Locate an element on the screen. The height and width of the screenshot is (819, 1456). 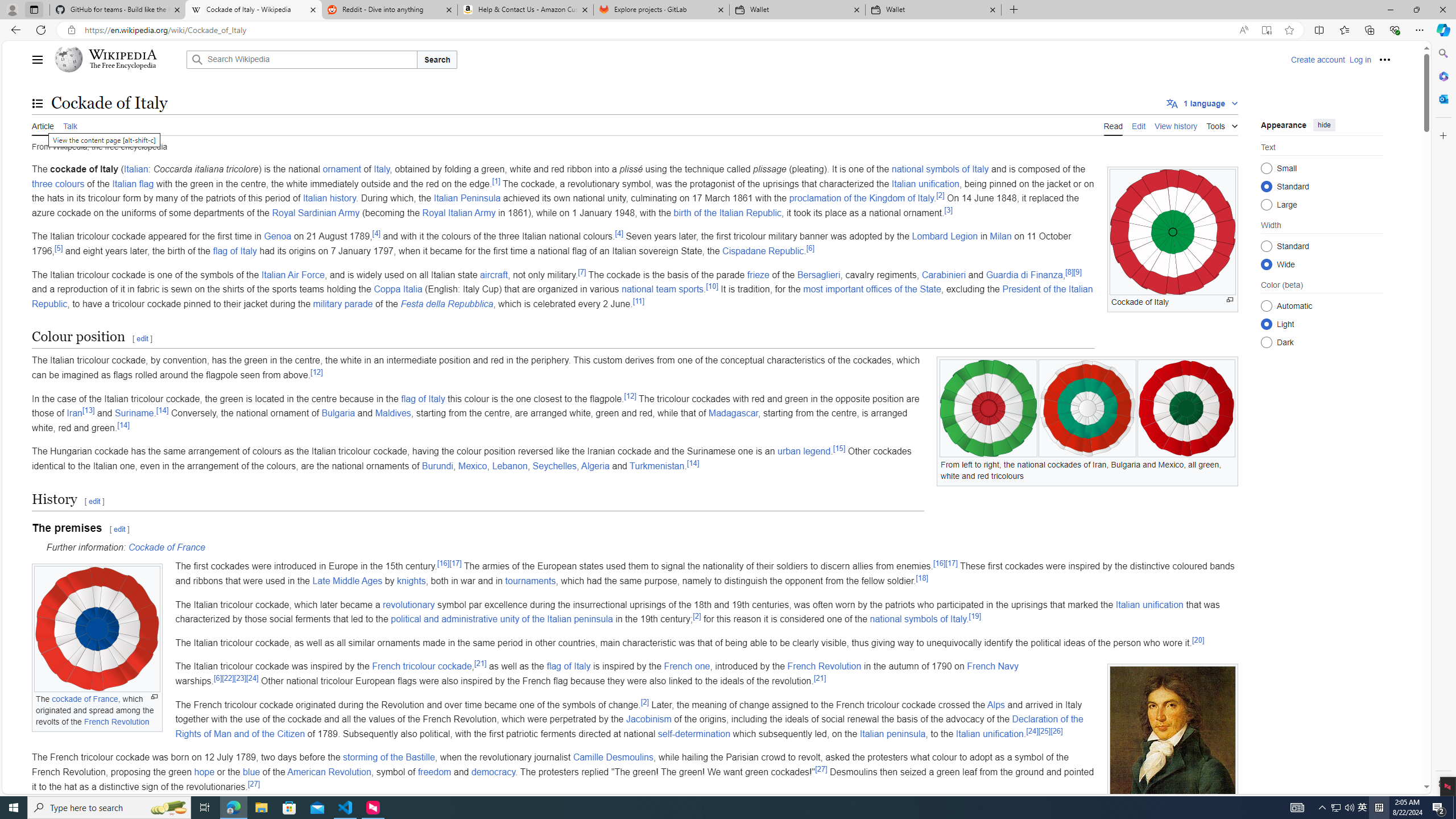
'Algeria' is located at coordinates (595, 466).